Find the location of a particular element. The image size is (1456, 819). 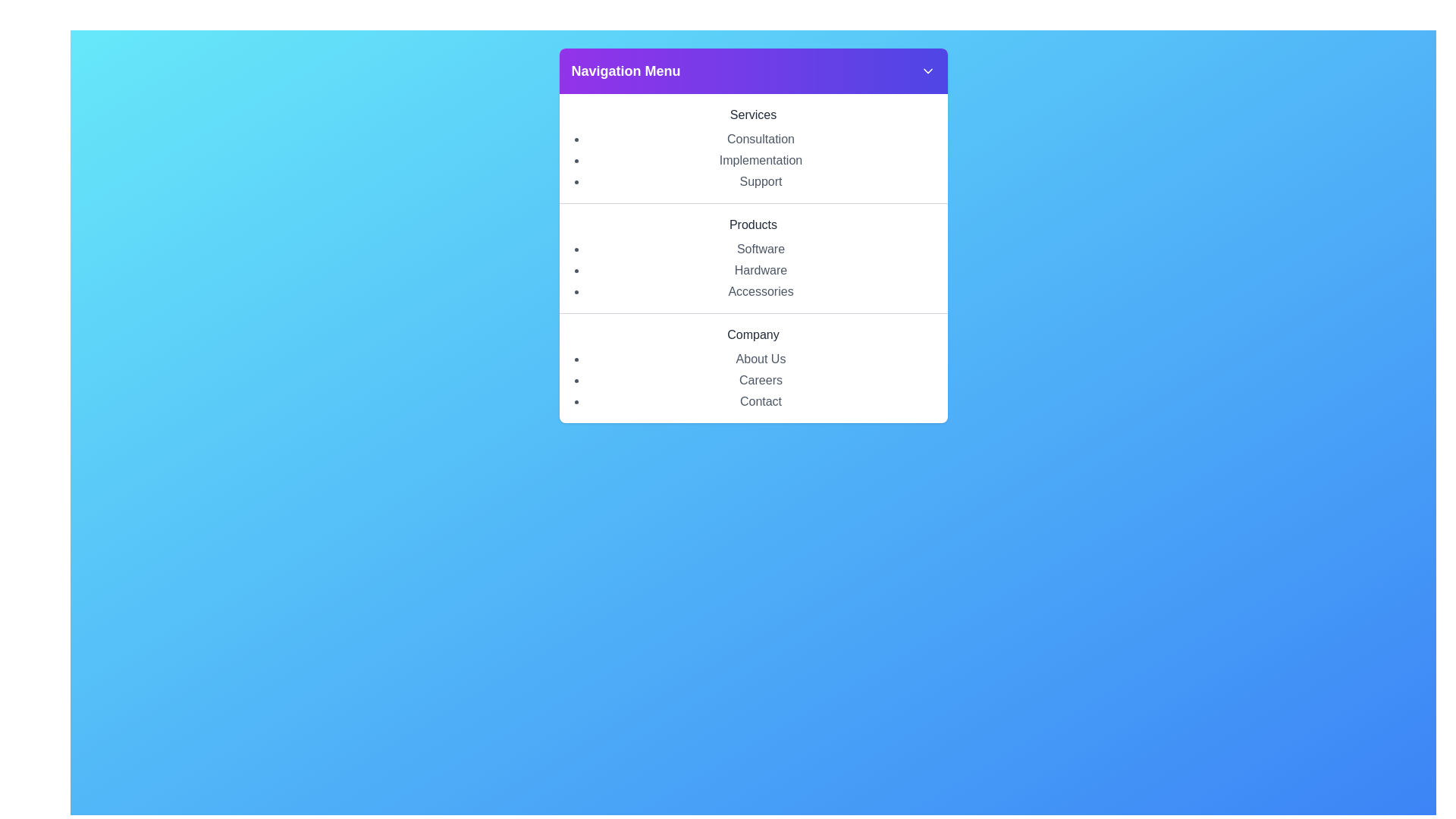

the menu option About Us within the category Company is located at coordinates (761, 359).